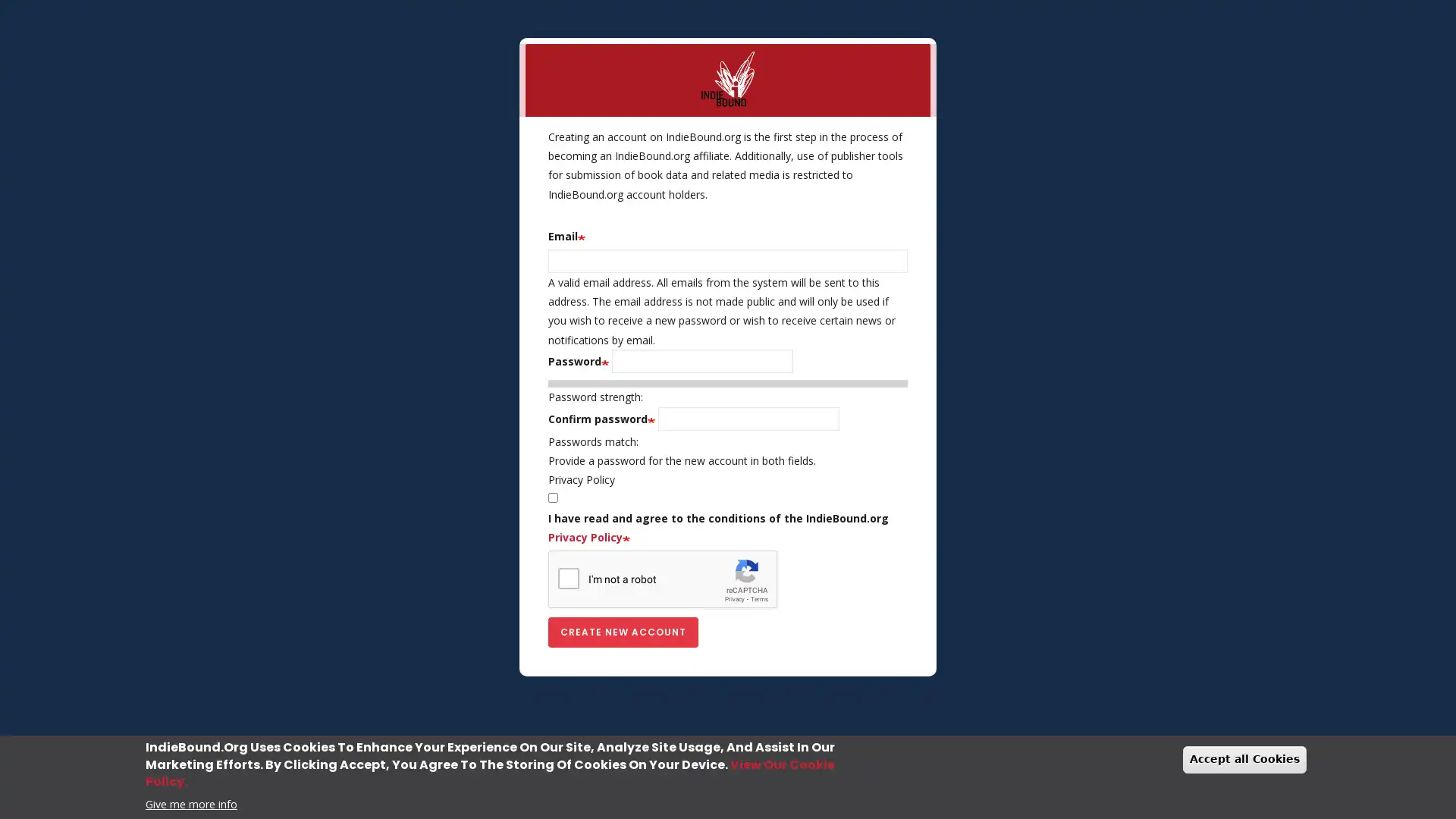 Image resolution: width=1456 pixels, height=819 pixels. Describe the element at coordinates (190, 802) in the screenshot. I see `Give me more info` at that location.